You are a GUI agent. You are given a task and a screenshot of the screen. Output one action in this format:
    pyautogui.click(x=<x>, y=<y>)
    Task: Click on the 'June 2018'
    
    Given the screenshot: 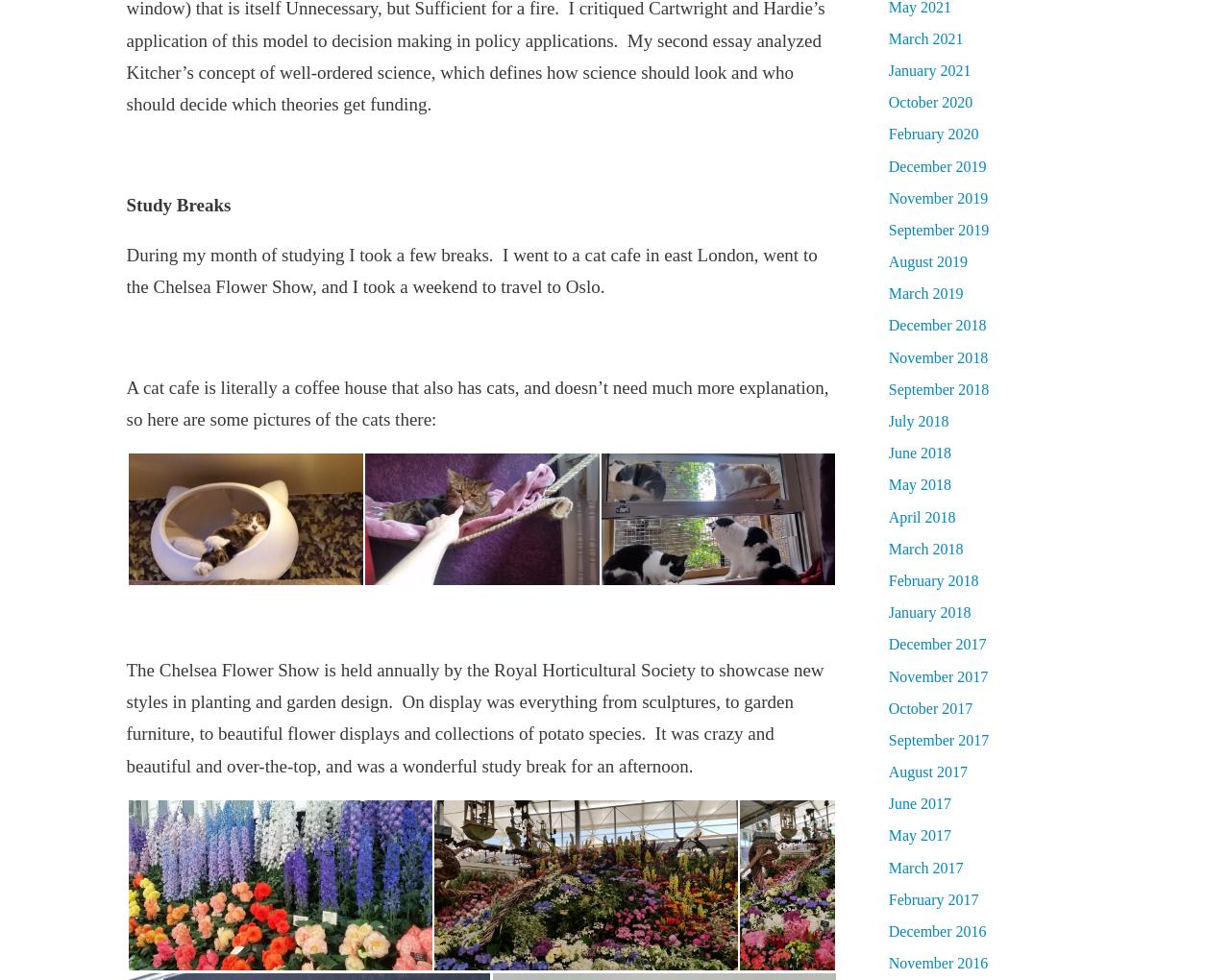 What is the action you would take?
    pyautogui.click(x=887, y=453)
    